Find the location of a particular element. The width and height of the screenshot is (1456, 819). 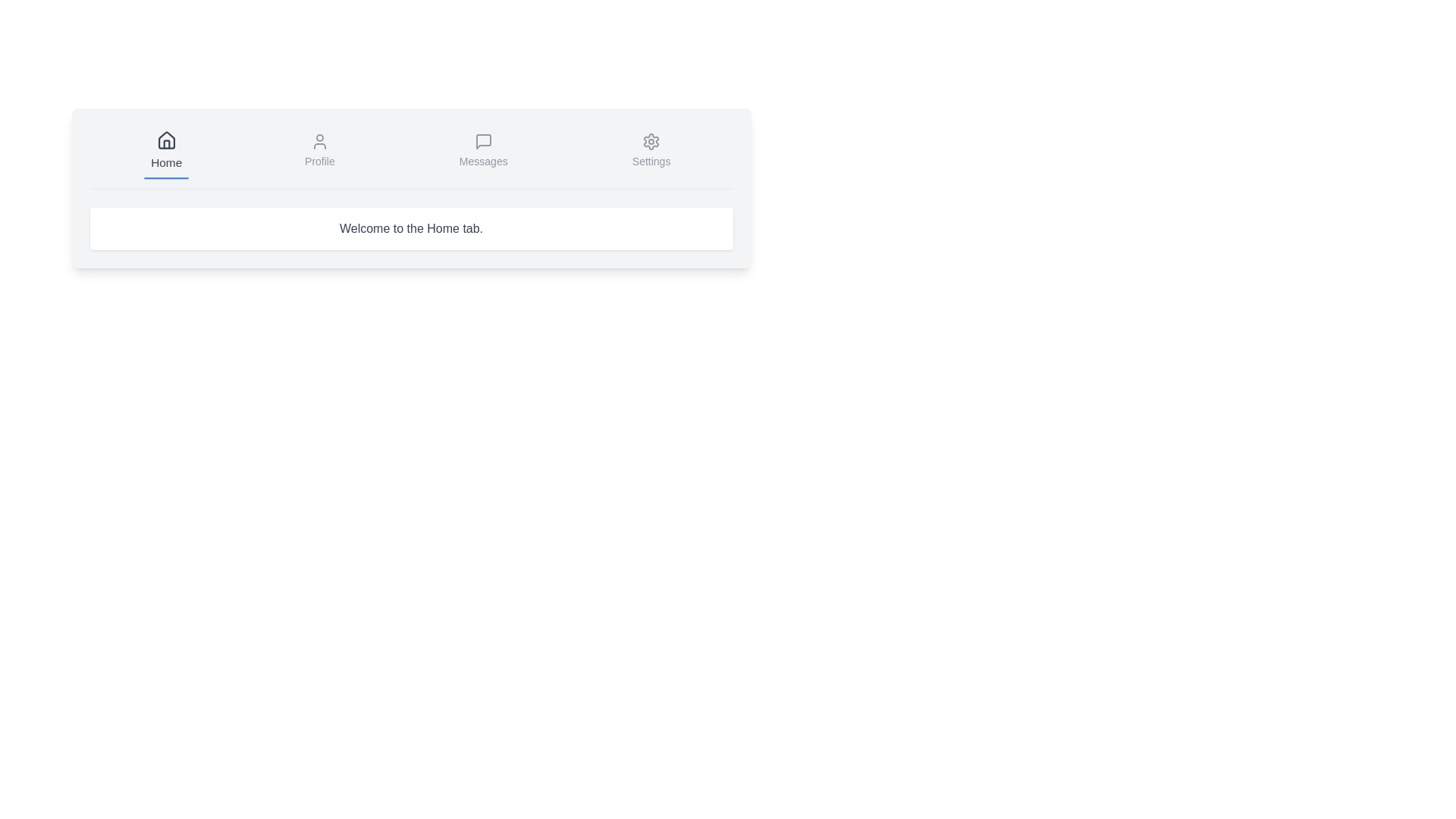

the tab button corresponding to Messages to inspect its icon is located at coordinates (482, 152).